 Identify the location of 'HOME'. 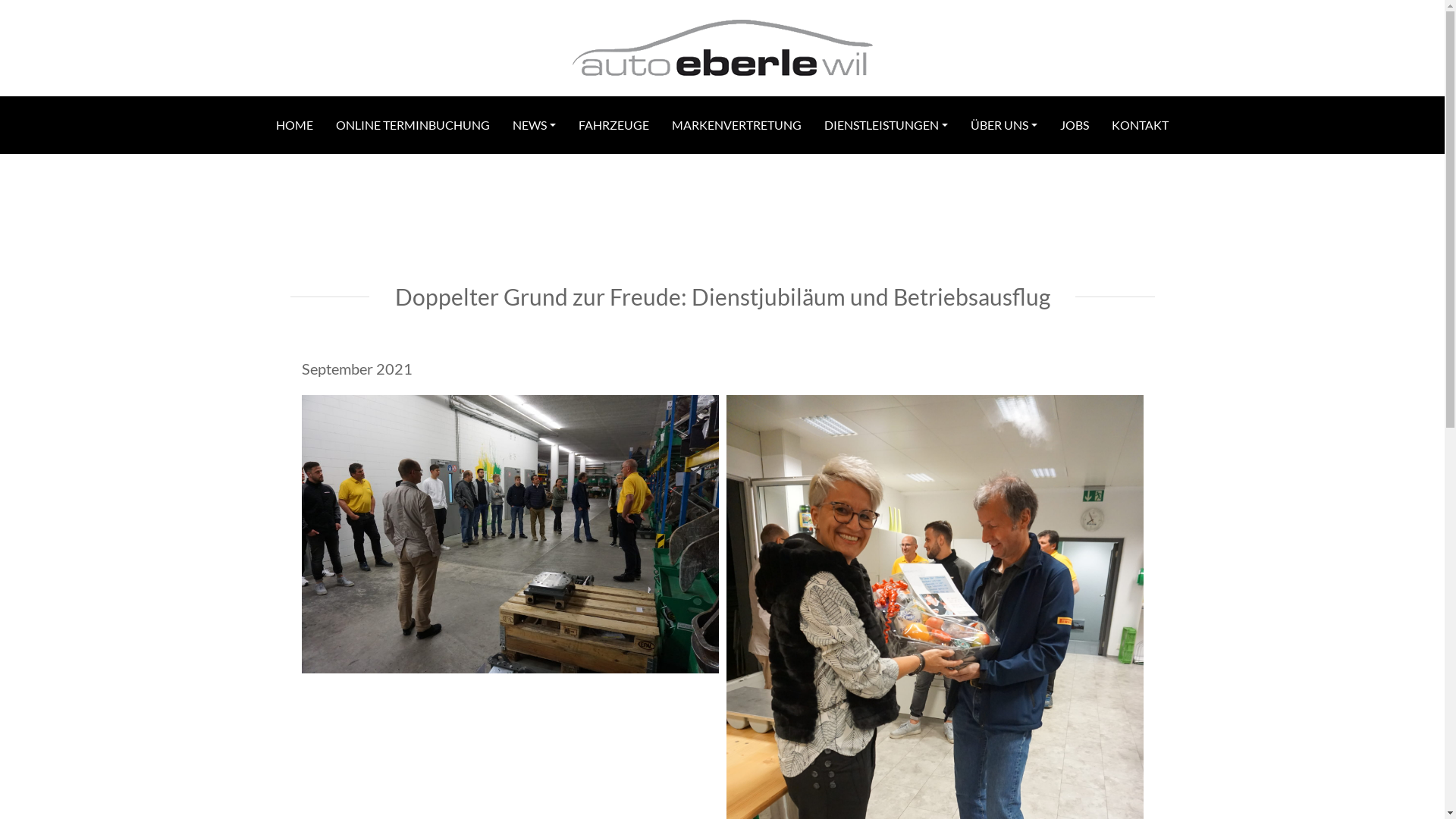
(294, 124).